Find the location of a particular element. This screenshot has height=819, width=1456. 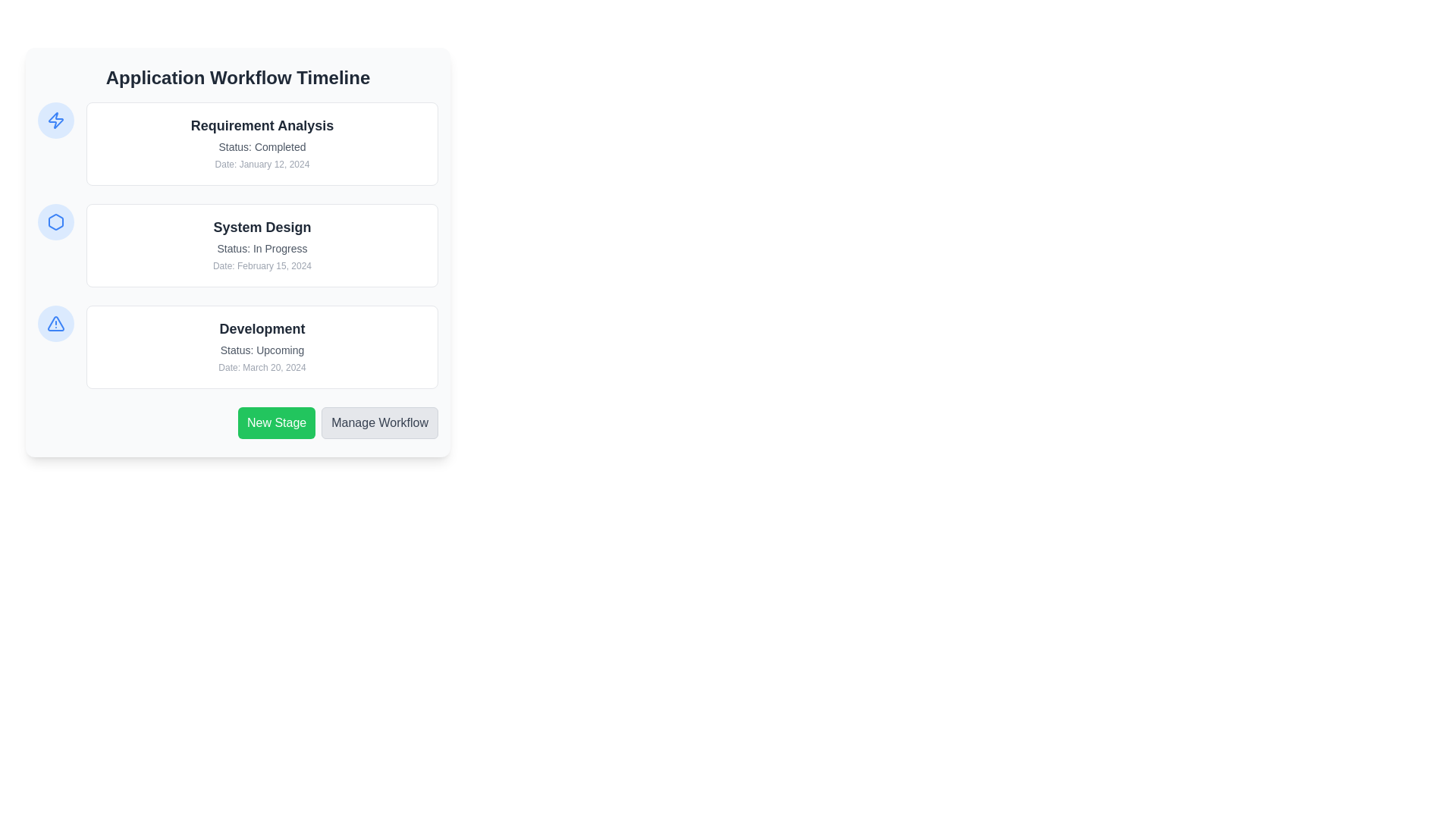

text label element that displays 'Requirement Analysis', which is bold and prominently styled at the top of the workflow timeline is located at coordinates (262, 124).